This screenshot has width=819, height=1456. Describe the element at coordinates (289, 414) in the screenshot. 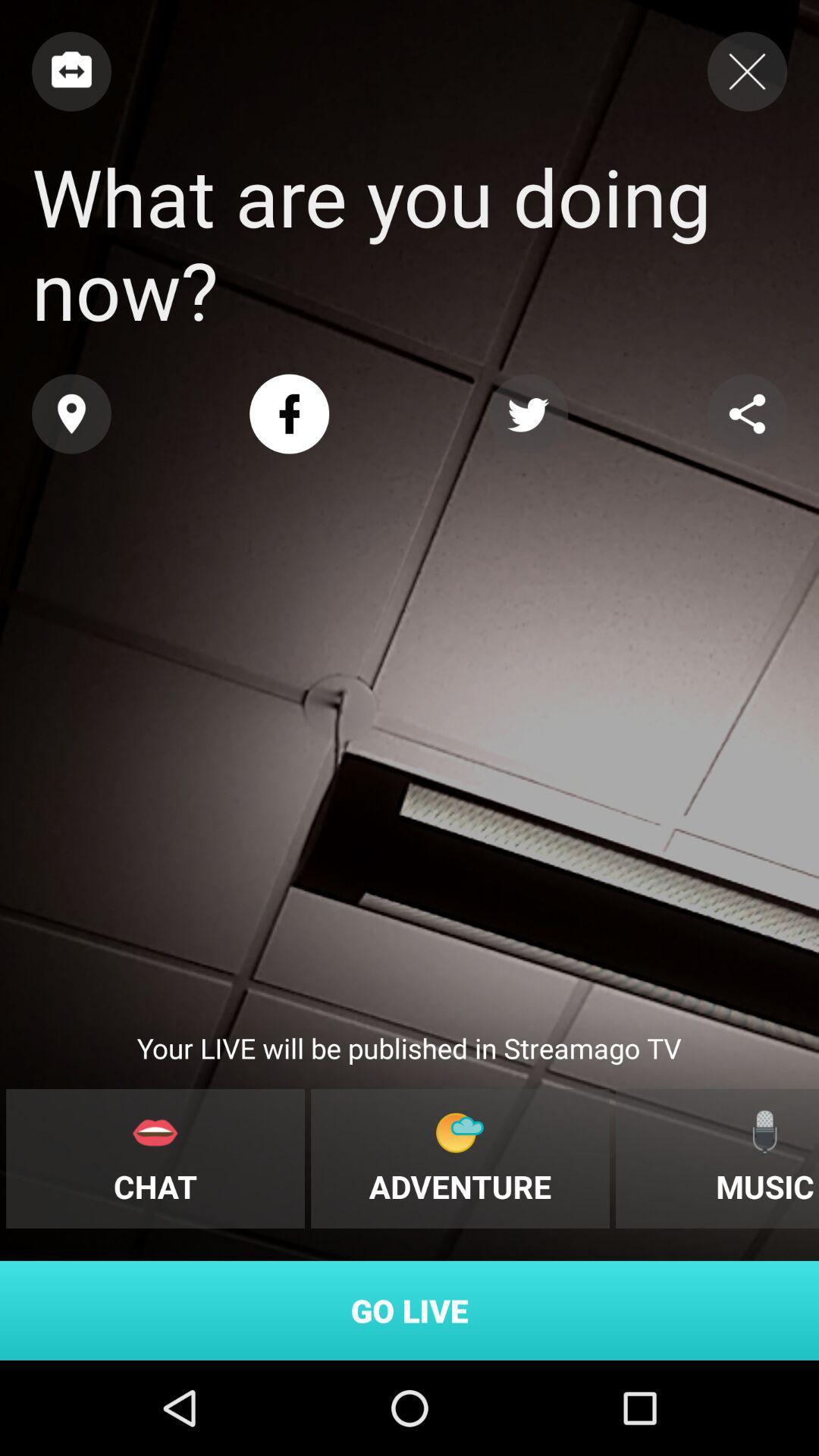

I see `the facebook icon` at that location.